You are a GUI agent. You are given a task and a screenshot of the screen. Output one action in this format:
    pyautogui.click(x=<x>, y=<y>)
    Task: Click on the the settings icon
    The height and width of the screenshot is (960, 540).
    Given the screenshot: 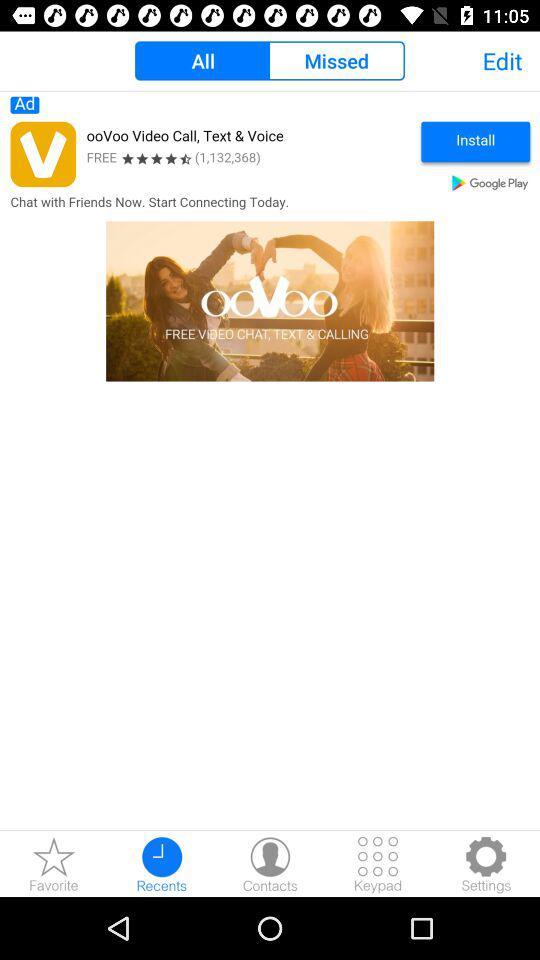 What is the action you would take?
    pyautogui.click(x=485, y=863)
    